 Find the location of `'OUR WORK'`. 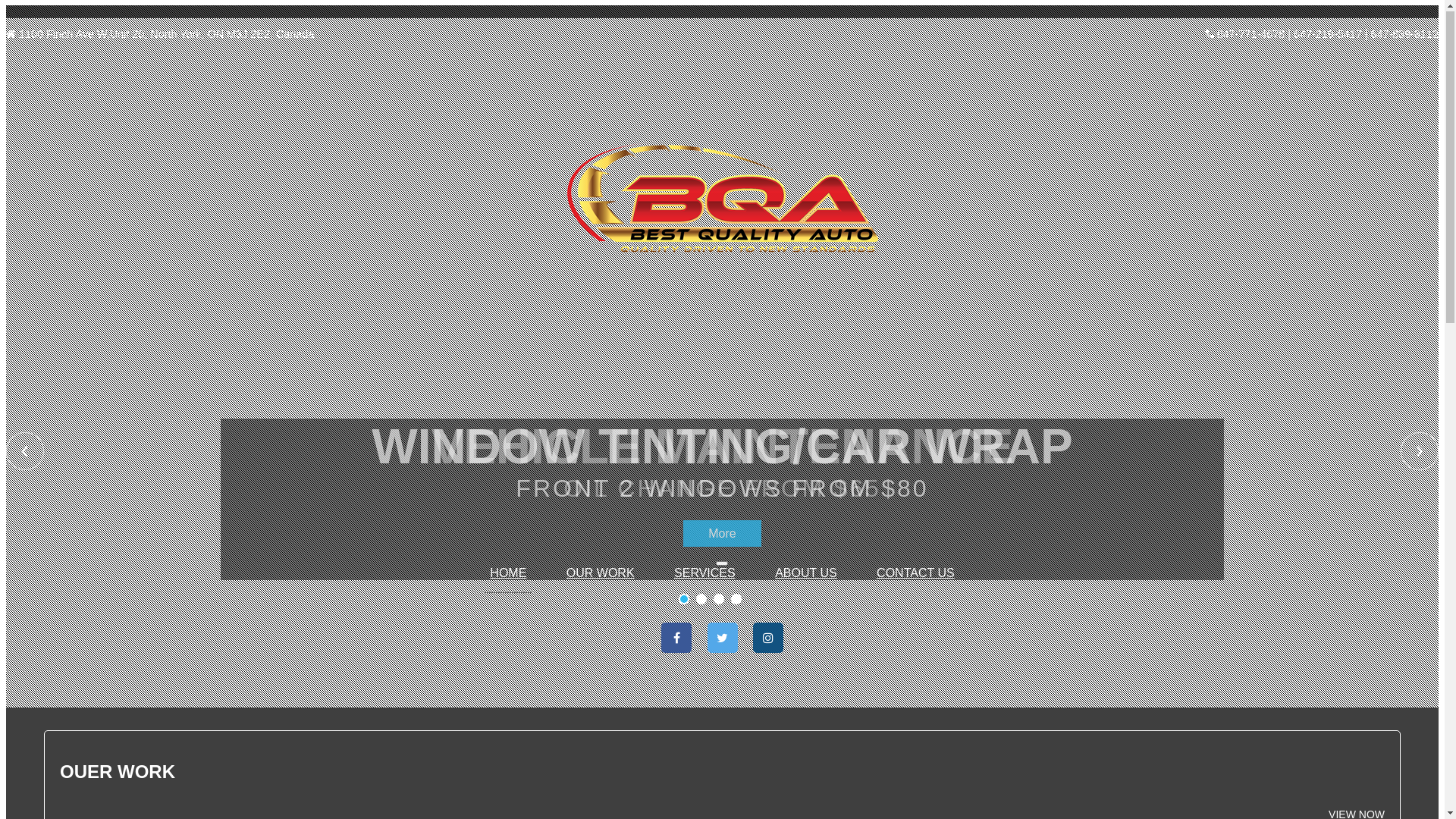

'OUR WORK' is located at coordinates (600, 573).